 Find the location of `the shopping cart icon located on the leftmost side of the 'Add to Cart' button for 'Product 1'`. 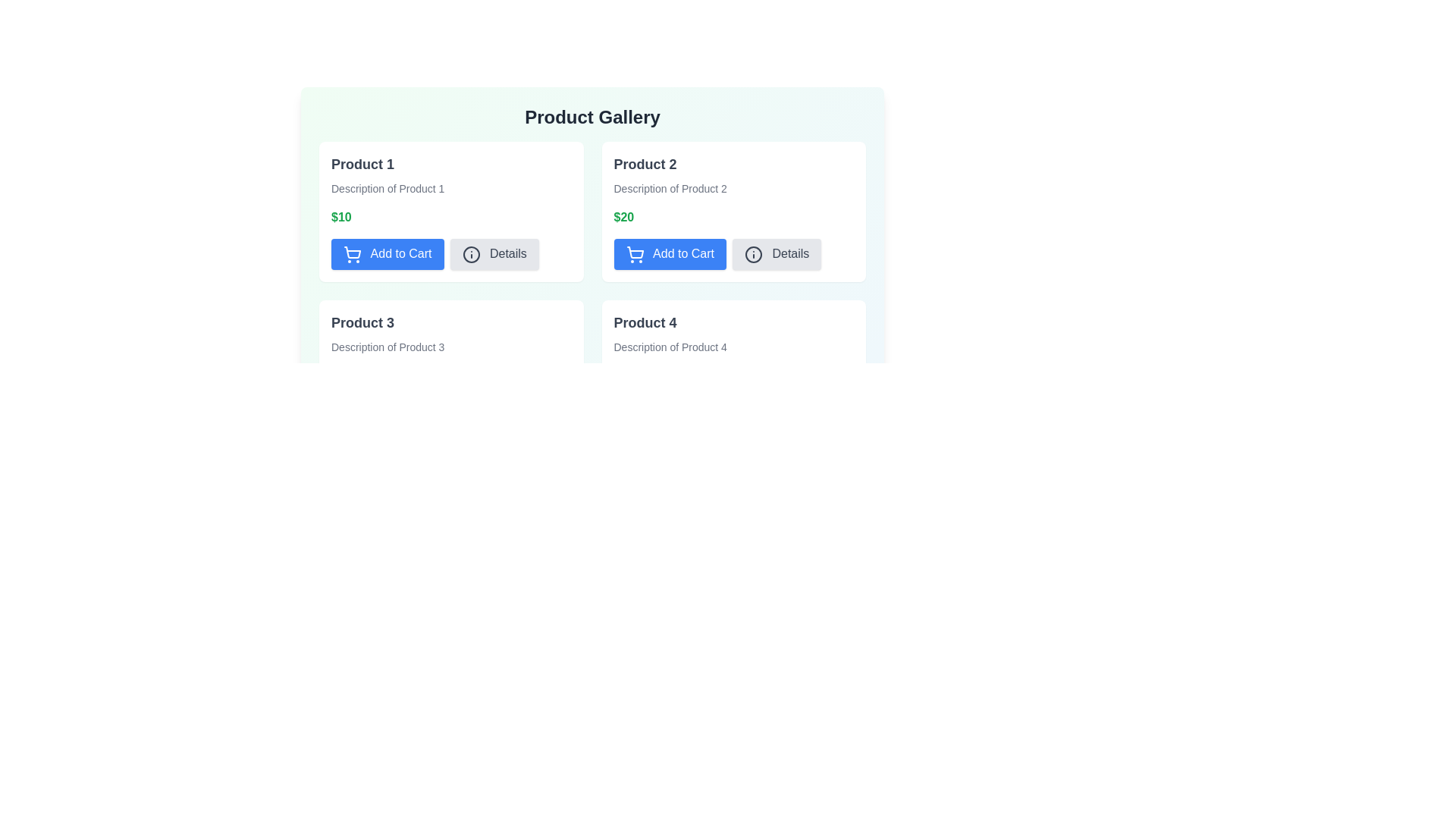

the shopping cart icon located on the leftmost side of the 'Add to Cart' button for 'Product 1' is located at coordinates (352, 253).